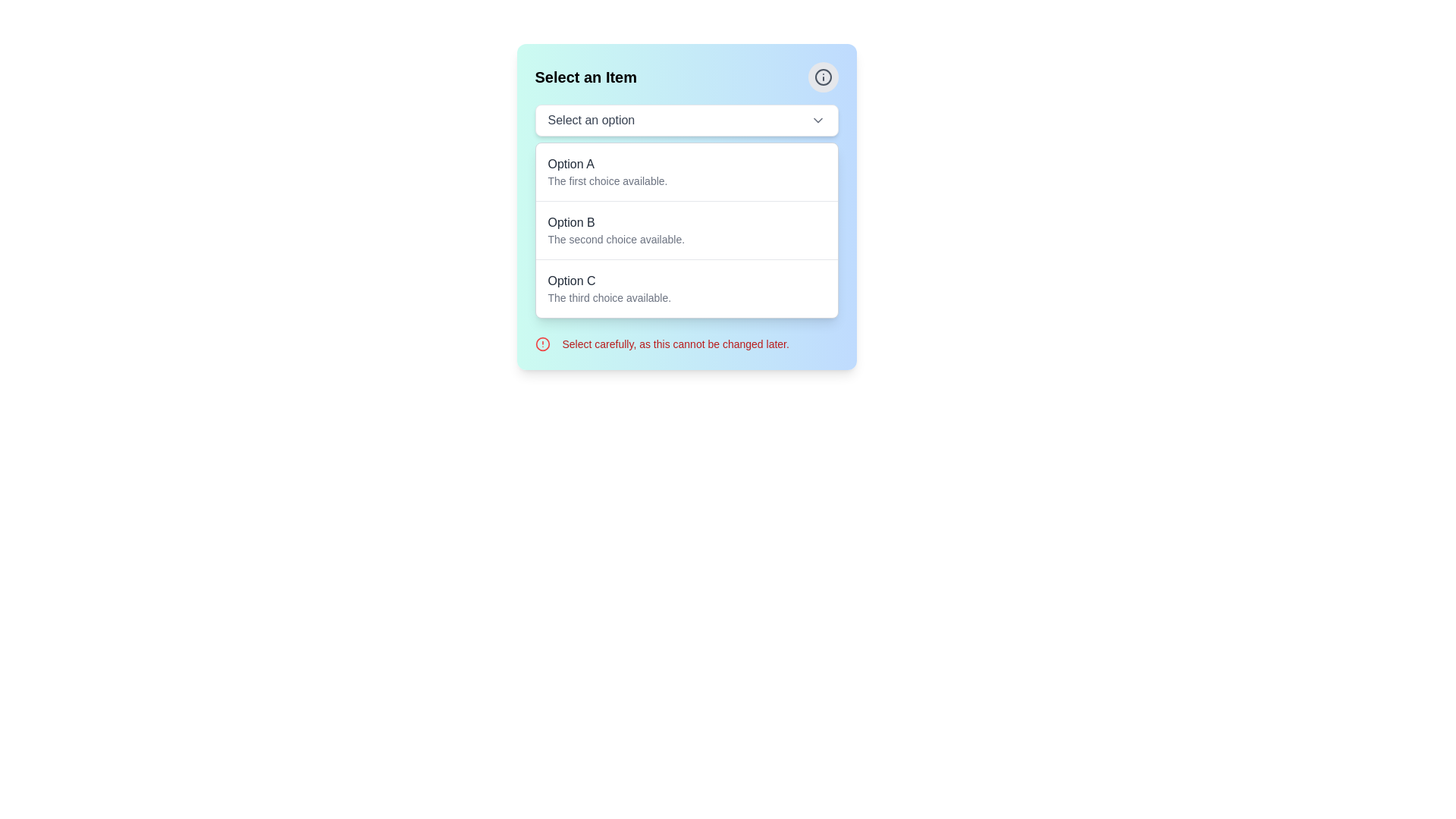  Describe the element at coordinates (686, 288) in the screenshot. I see `the list item labeled 'Option C' with the description 'The third choice available'` at that location.